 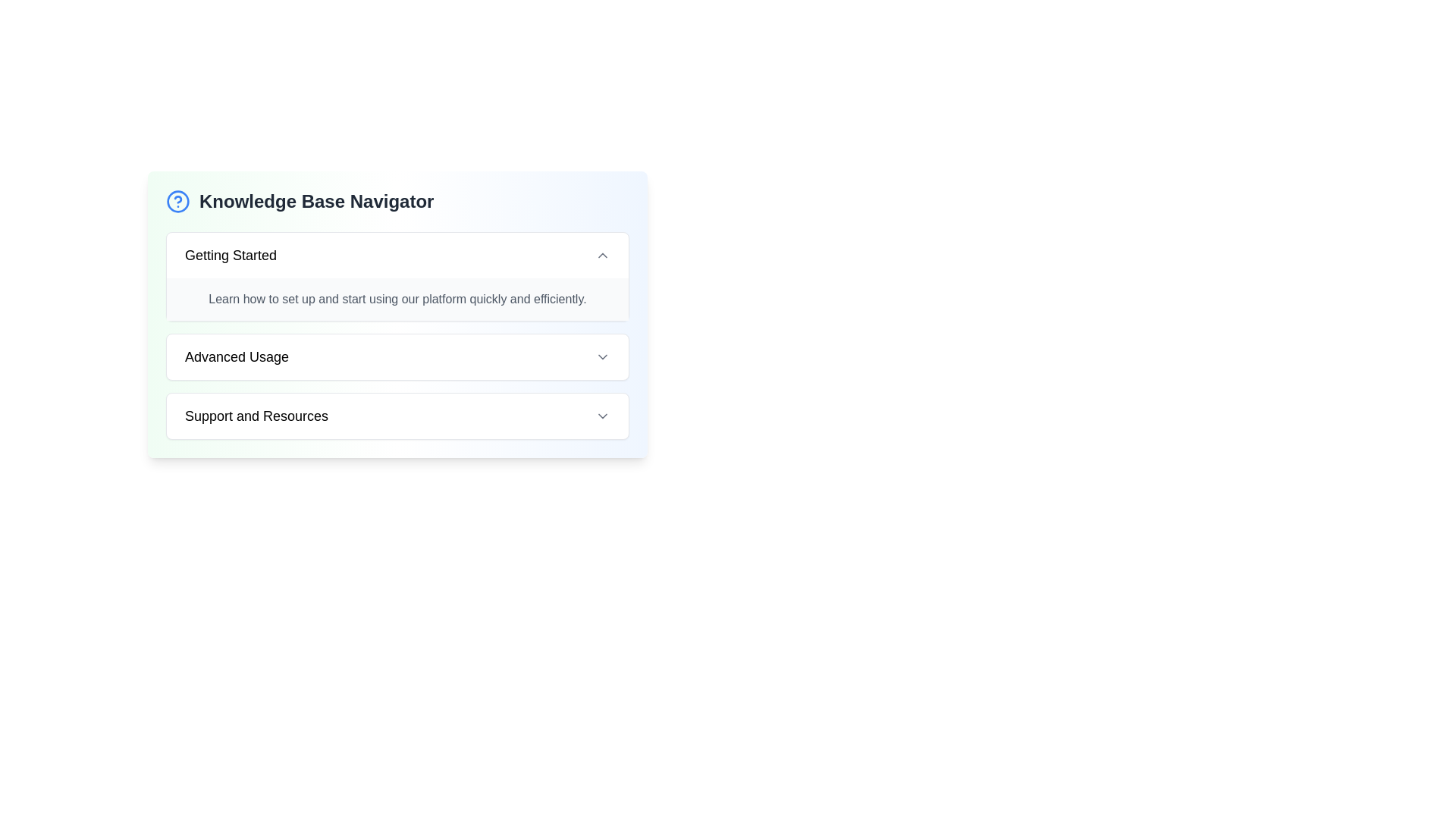 I want to click on the 'Getting Started' text label, which is prominently displayed in bold and larger font size at the top-left corner of the collapsible menu component, so click(x=230, y=254).